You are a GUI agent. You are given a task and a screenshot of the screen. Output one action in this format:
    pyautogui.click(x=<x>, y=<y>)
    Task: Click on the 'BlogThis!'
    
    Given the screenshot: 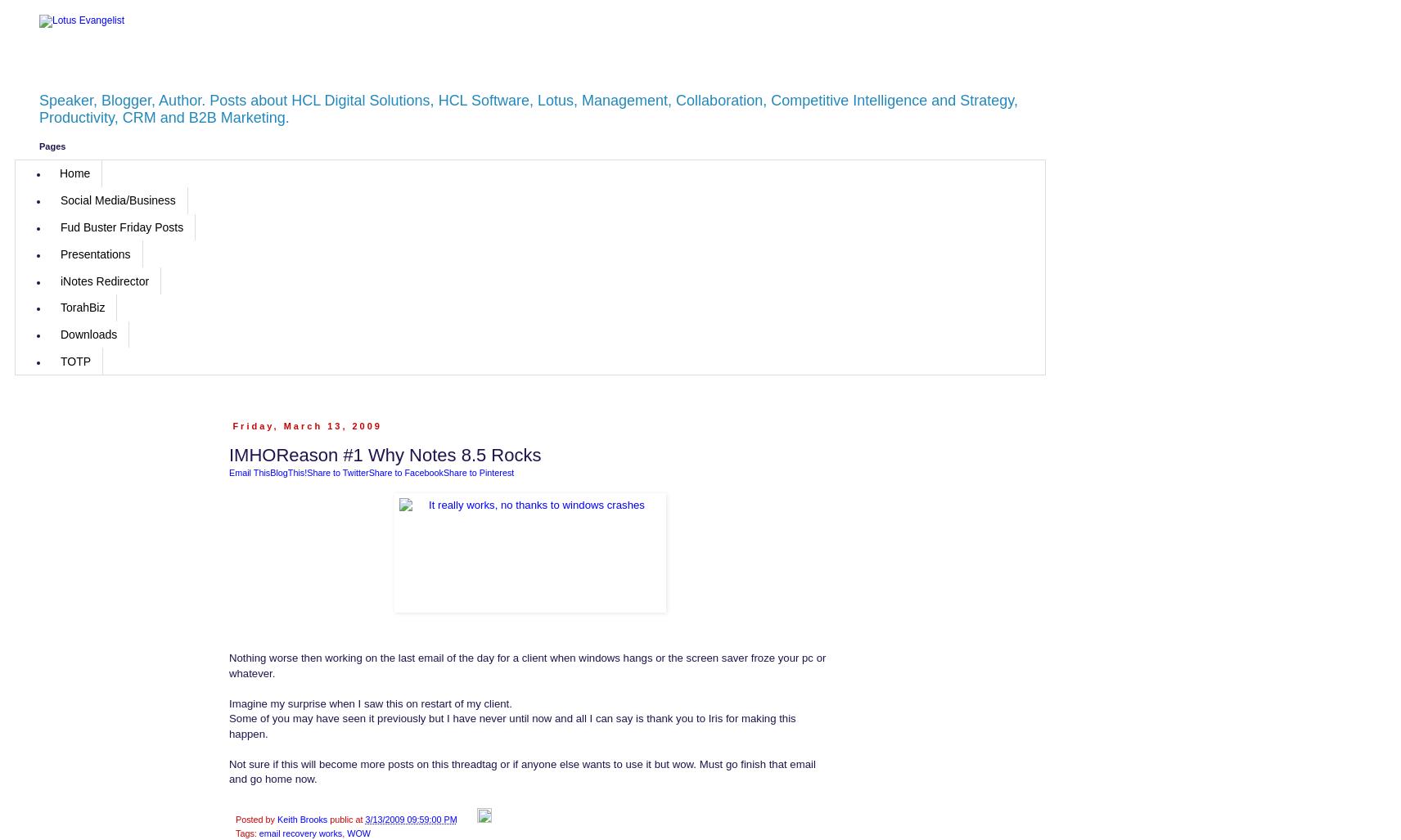 What is the action you would take?
    pyautogui.click(x=270, y=471)
    